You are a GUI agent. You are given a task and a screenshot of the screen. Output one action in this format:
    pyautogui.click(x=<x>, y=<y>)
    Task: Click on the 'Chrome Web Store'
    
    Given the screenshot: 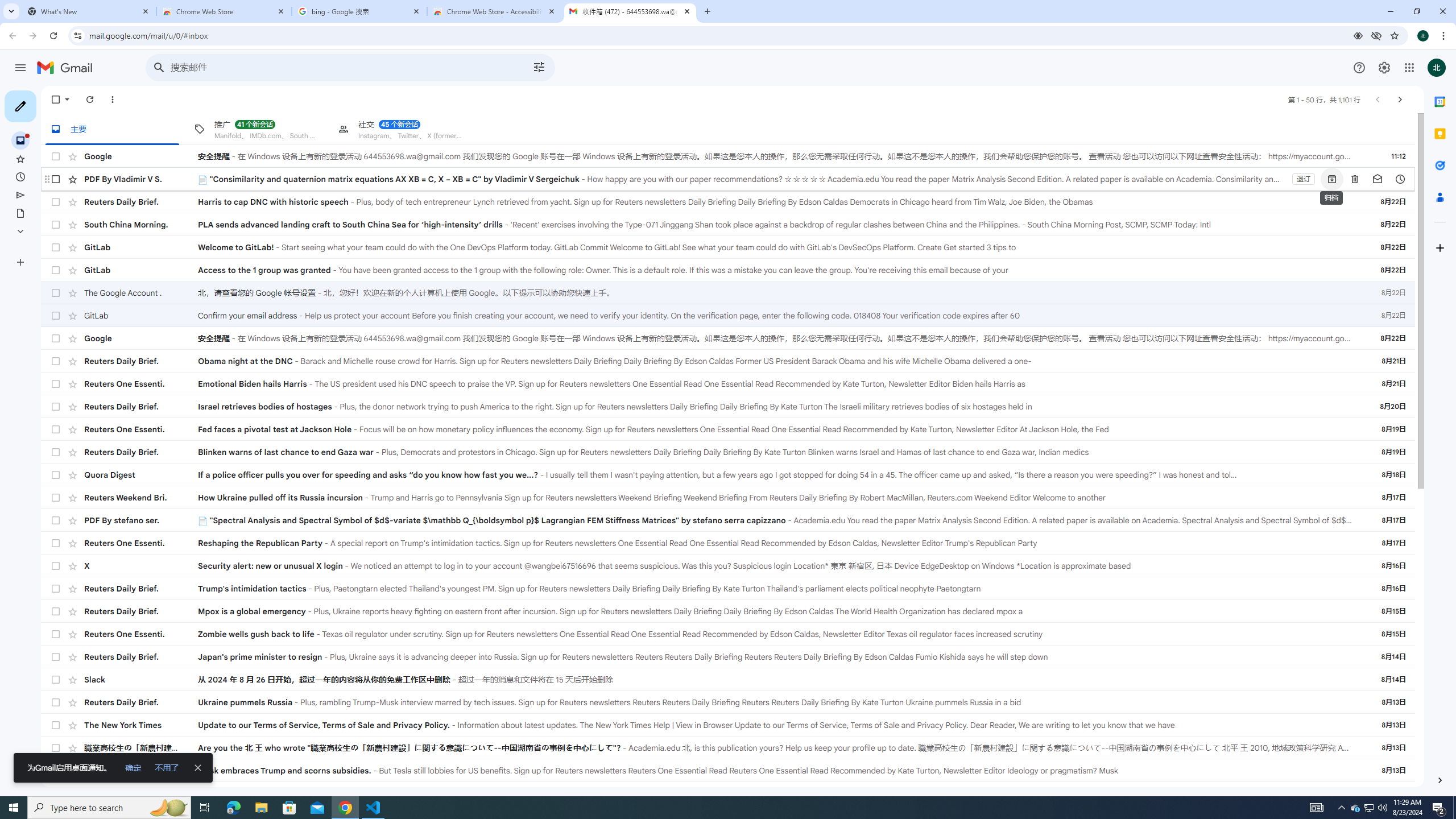 What is the action you would take?
    pyautogui.click(x=224, y=11)
    